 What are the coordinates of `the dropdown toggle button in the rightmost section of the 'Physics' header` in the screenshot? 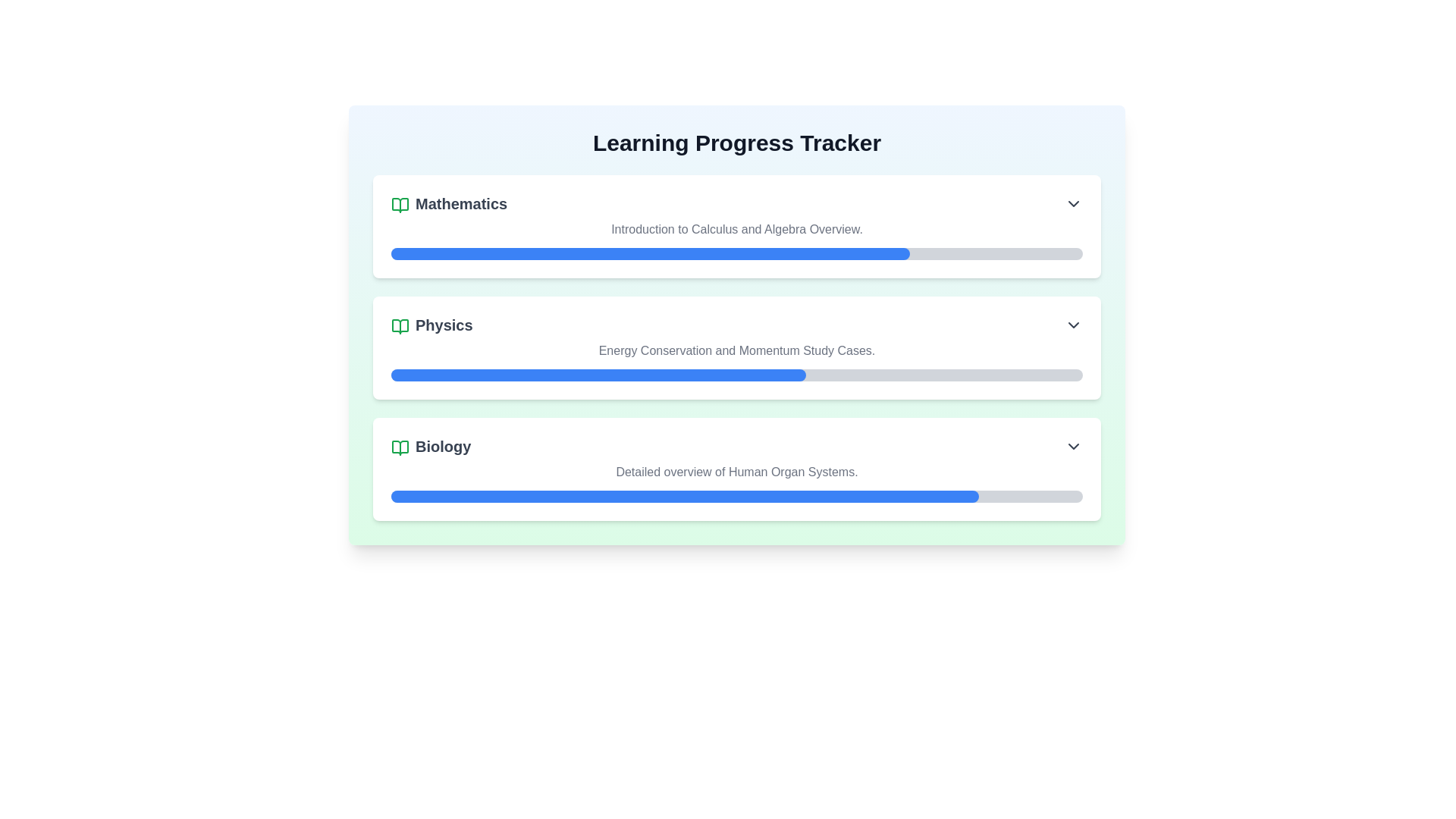 It's located at (1073, 324).